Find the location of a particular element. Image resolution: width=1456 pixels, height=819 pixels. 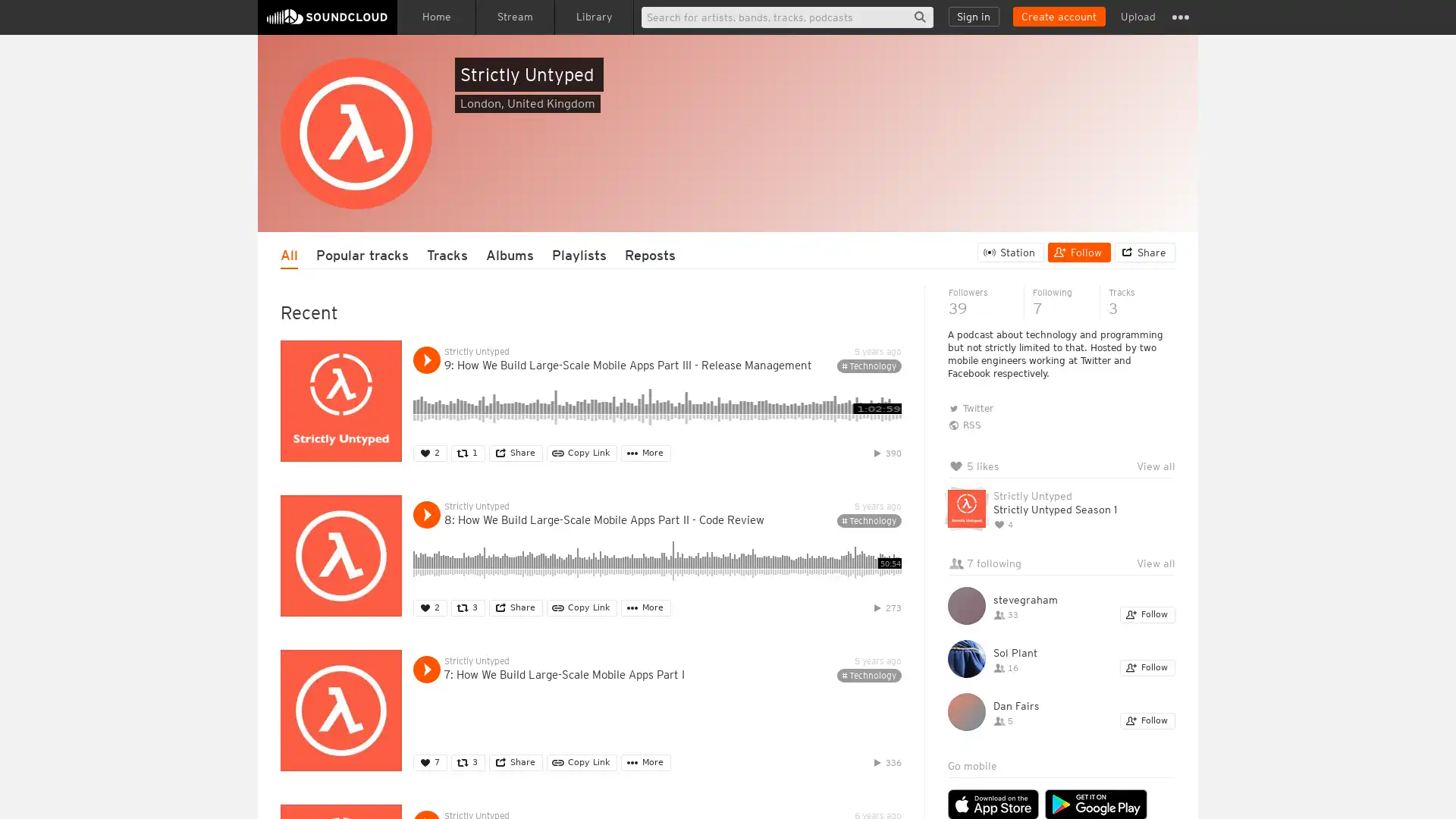

Copy Link is located at coordinates (581, 607).